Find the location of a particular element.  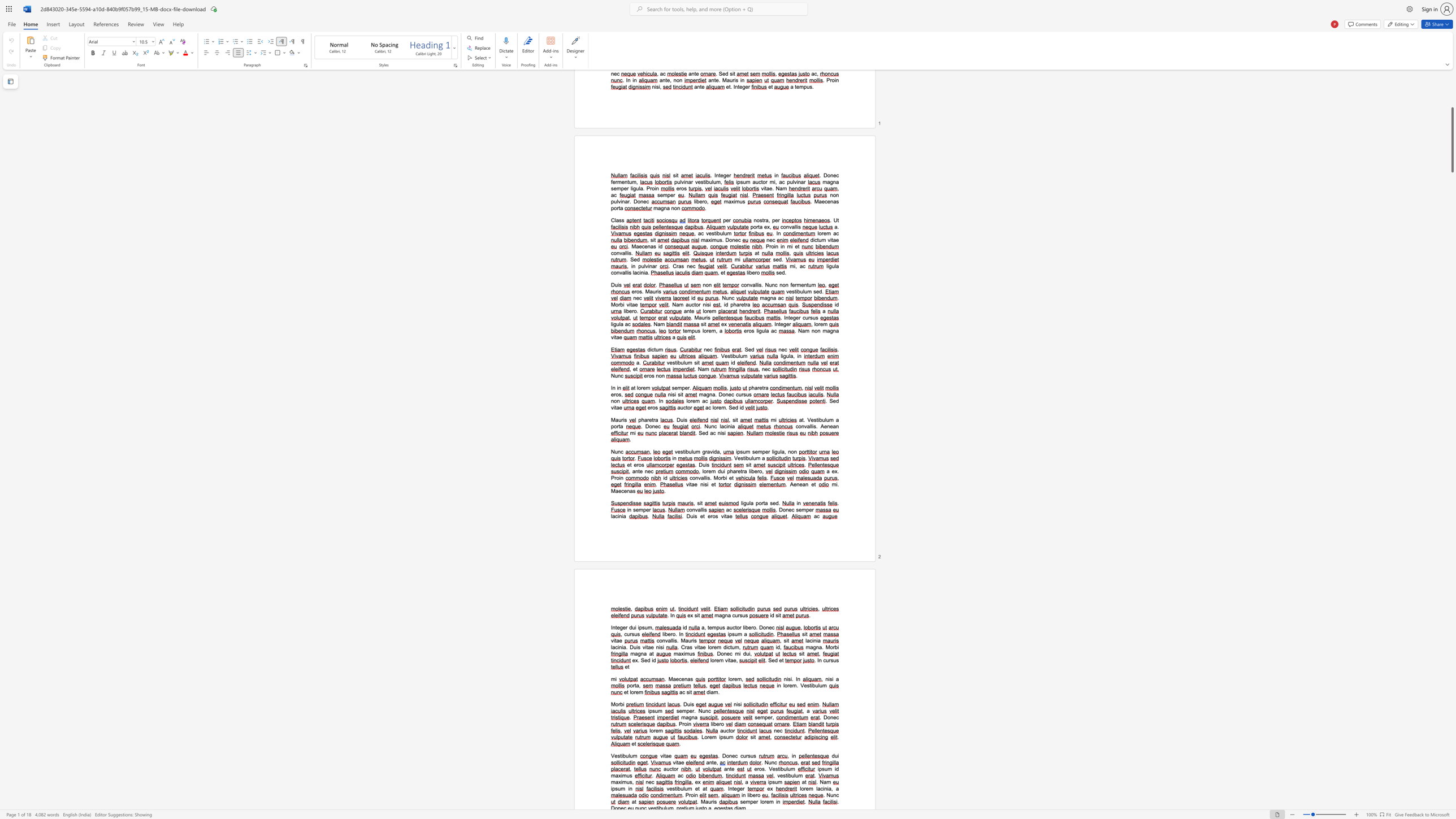

the 4th character "r" in the text is located at coordinates (757, 471).